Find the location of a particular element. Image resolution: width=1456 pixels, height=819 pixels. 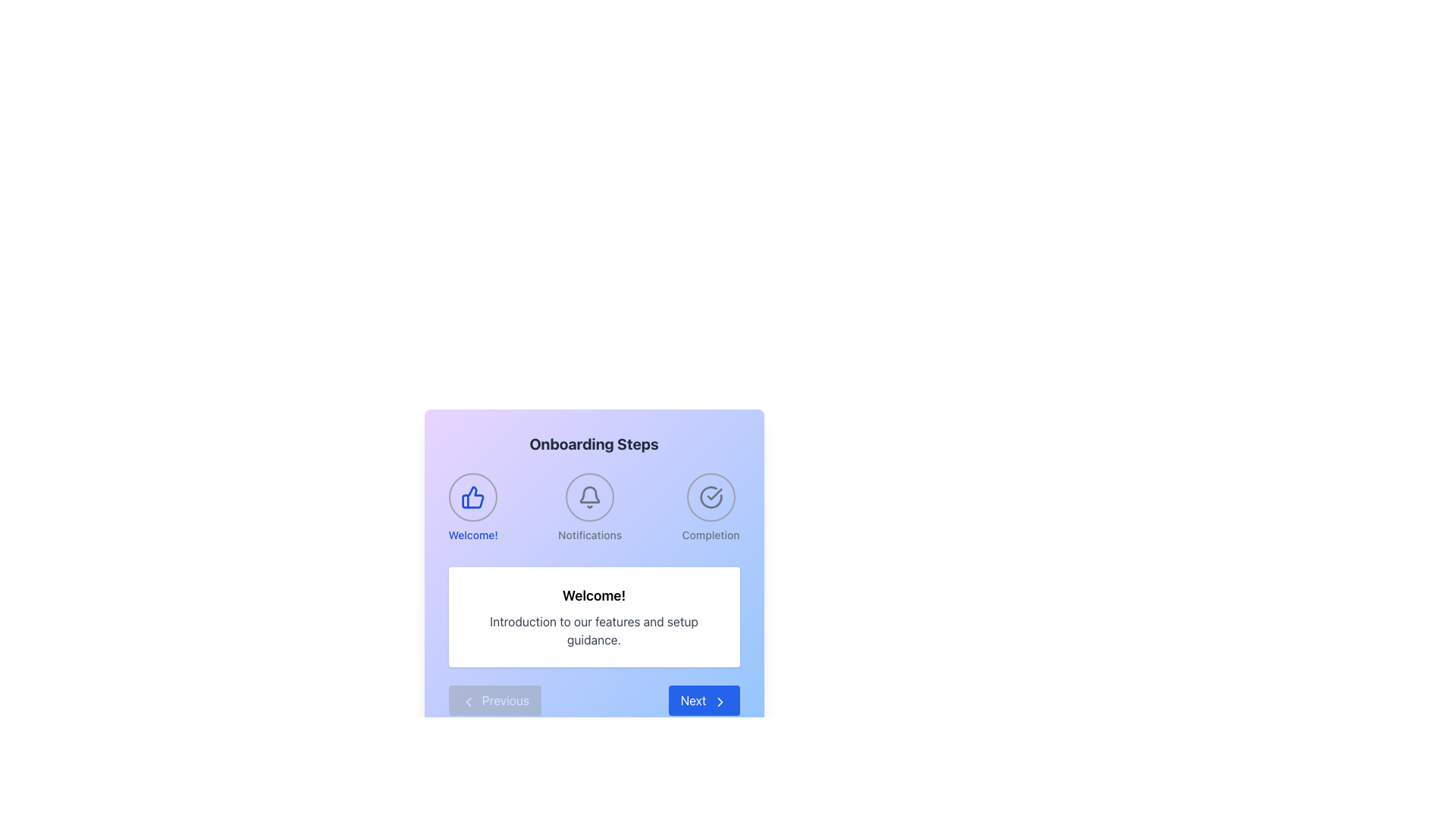

the text label that serves as a greeting or introductory caption, positioned below a thumbs-up icon in a vertically stacked layout is located at coordinates (472, 534).